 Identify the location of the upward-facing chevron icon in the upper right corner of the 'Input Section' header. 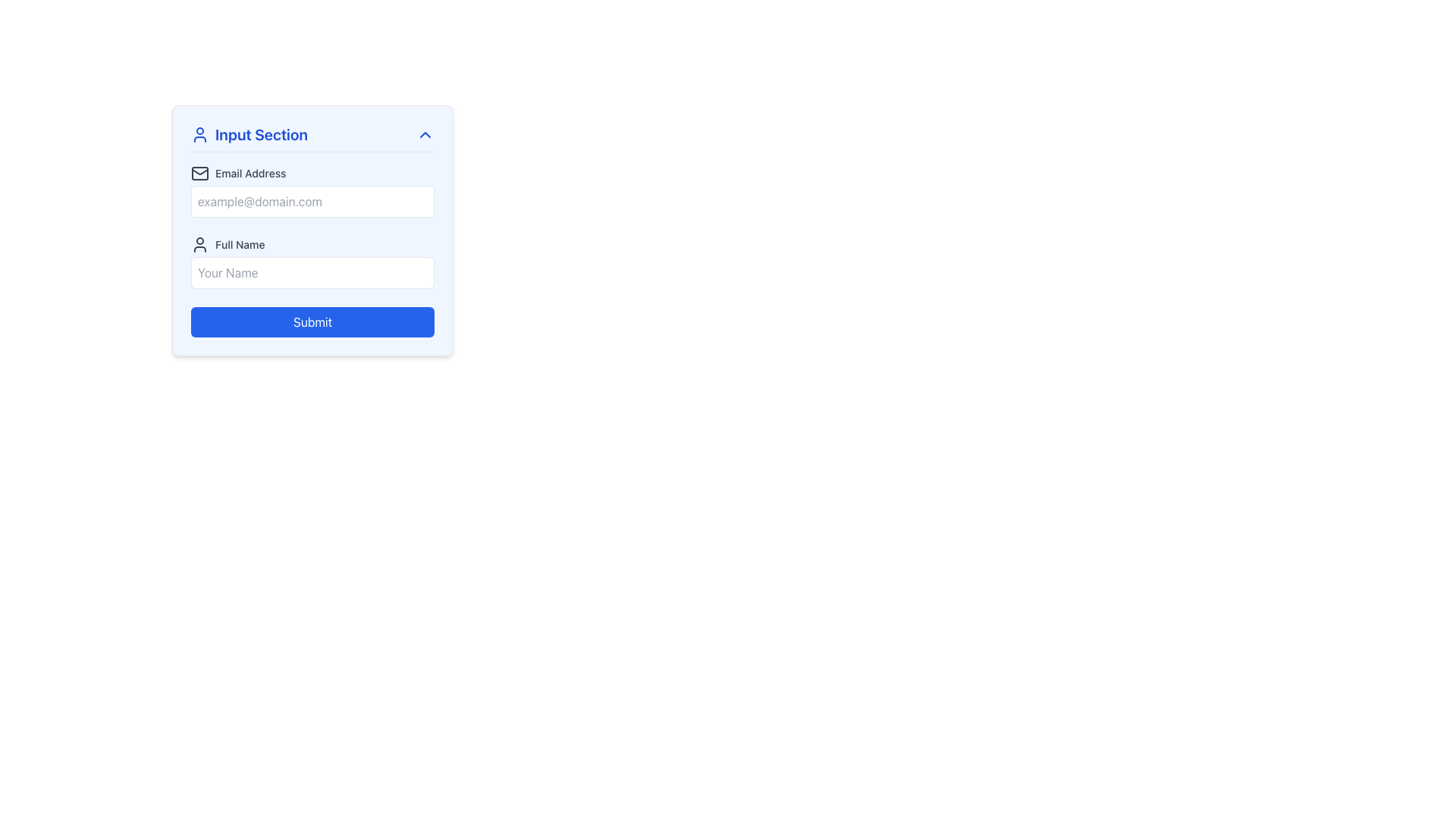
(425, 133).